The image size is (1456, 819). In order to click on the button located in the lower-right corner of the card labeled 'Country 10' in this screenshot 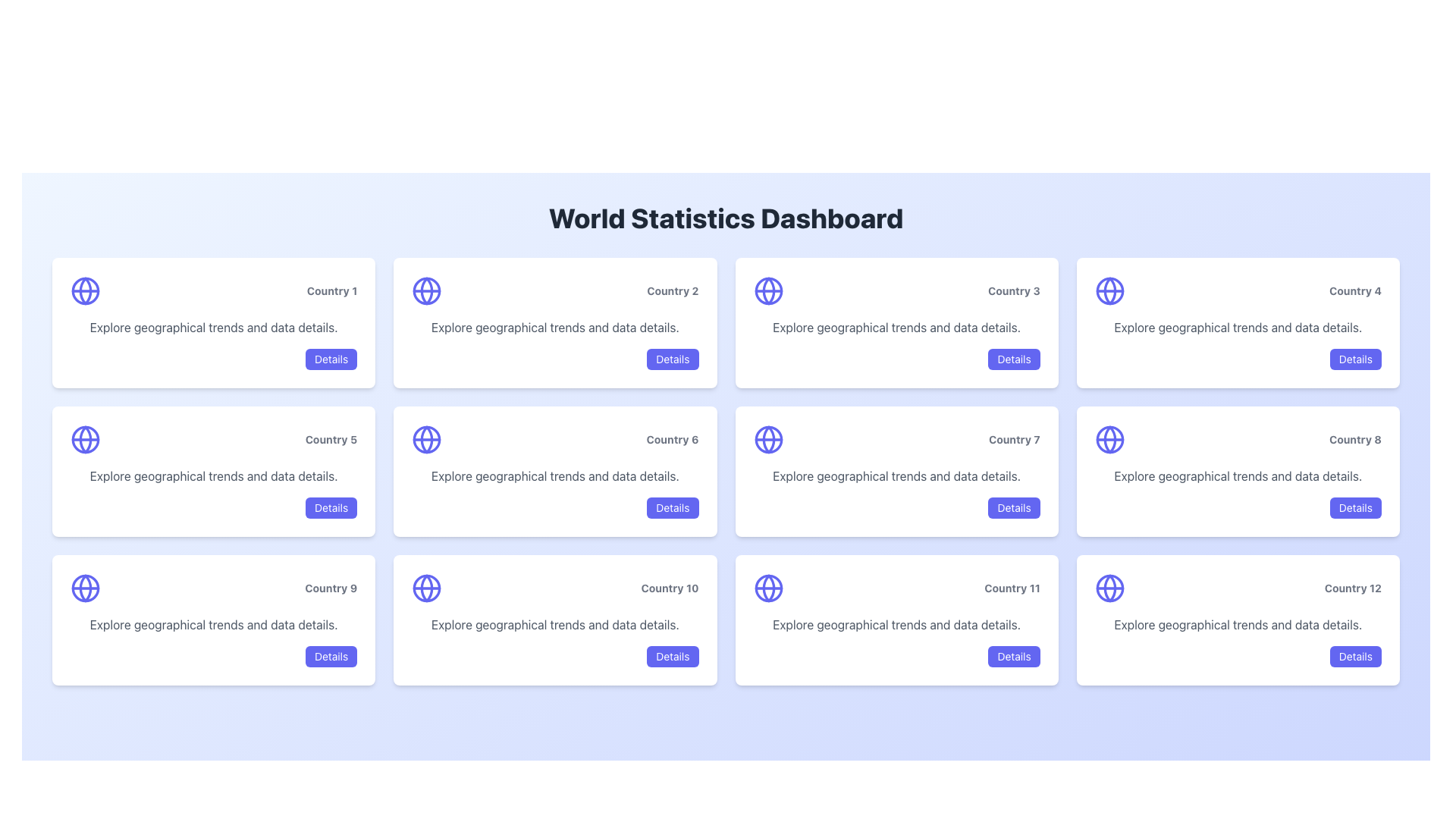, I will do `click(672, 656)`.